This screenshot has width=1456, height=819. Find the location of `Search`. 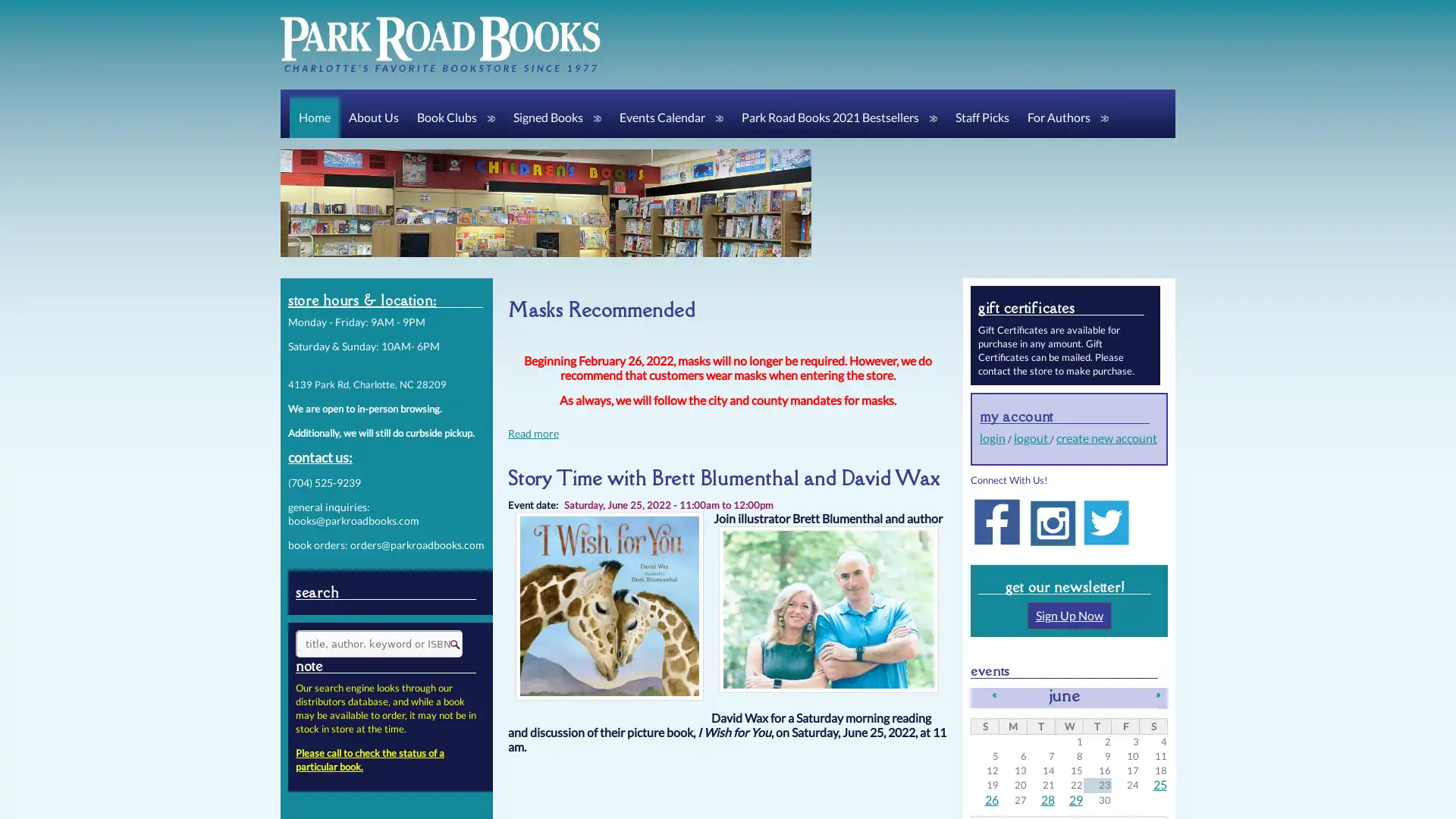

Search is located at coordinates (449, 644).